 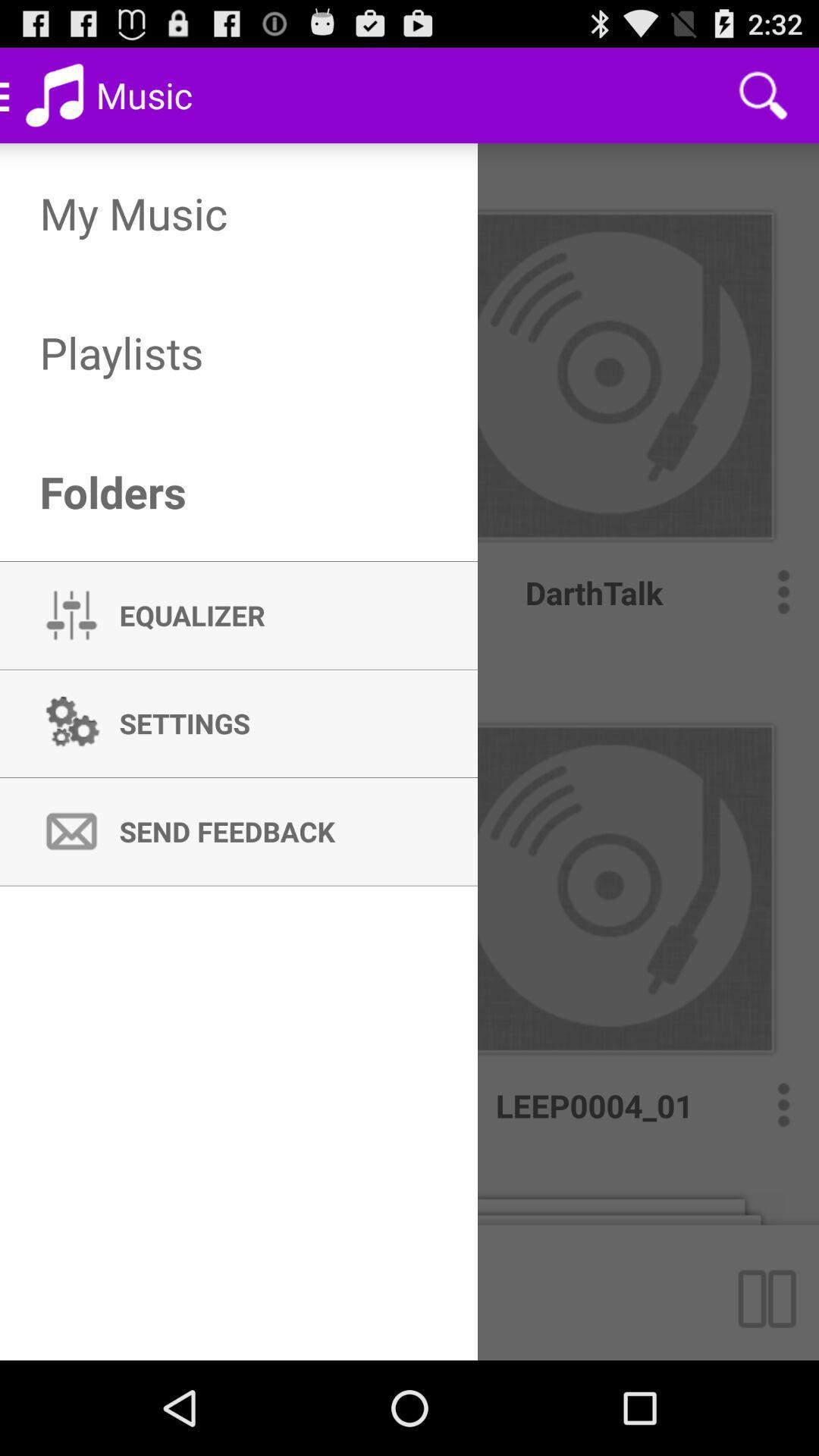 What do you see at coordinates (773, 1383) in the screenshot?
I see `the pause icon` at bounding box center [773, 1383].